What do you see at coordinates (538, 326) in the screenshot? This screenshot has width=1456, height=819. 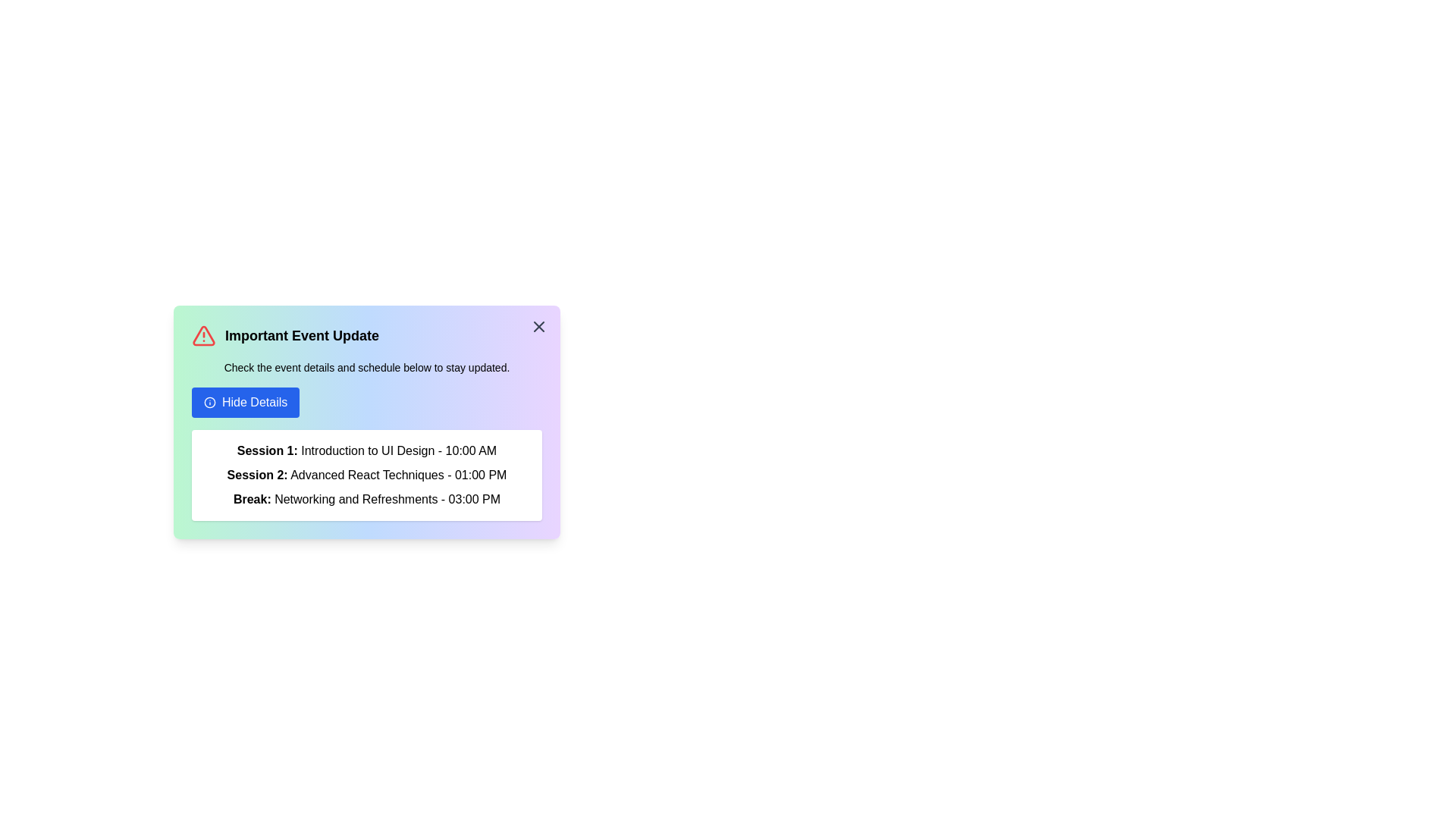 I see `'X' button in the top-right corner of the alert box to close it` at bounding box center [538, 326].